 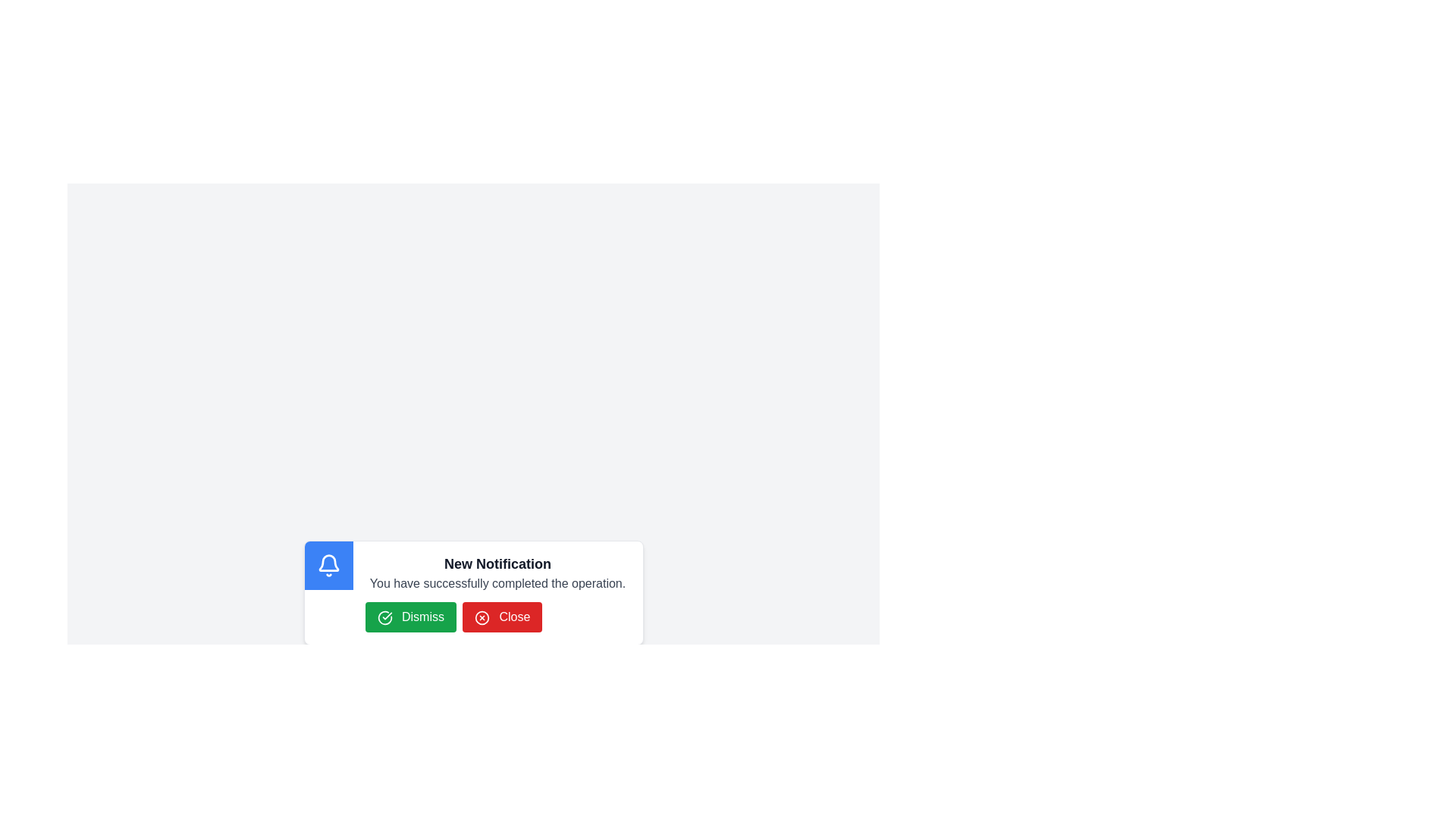 I want to click on the small circular red icon with an 'X' symbol located inside the 'Close' button at the bottom-right of the notification modal, so click(x=481, y=617).